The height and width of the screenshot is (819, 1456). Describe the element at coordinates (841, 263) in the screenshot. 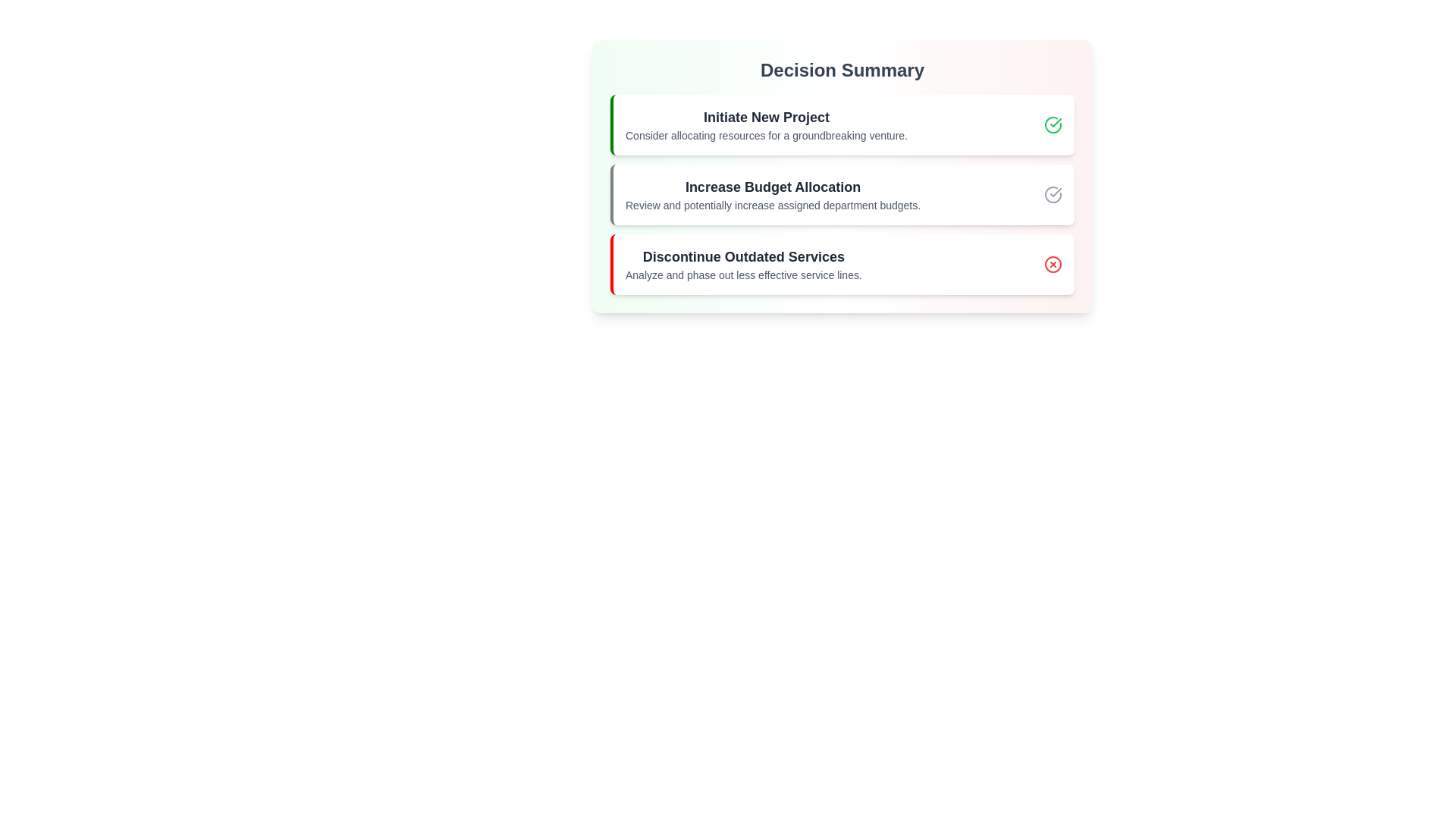

I see `the section Discontinue Outdated Services to emphasize its importance` at that location.